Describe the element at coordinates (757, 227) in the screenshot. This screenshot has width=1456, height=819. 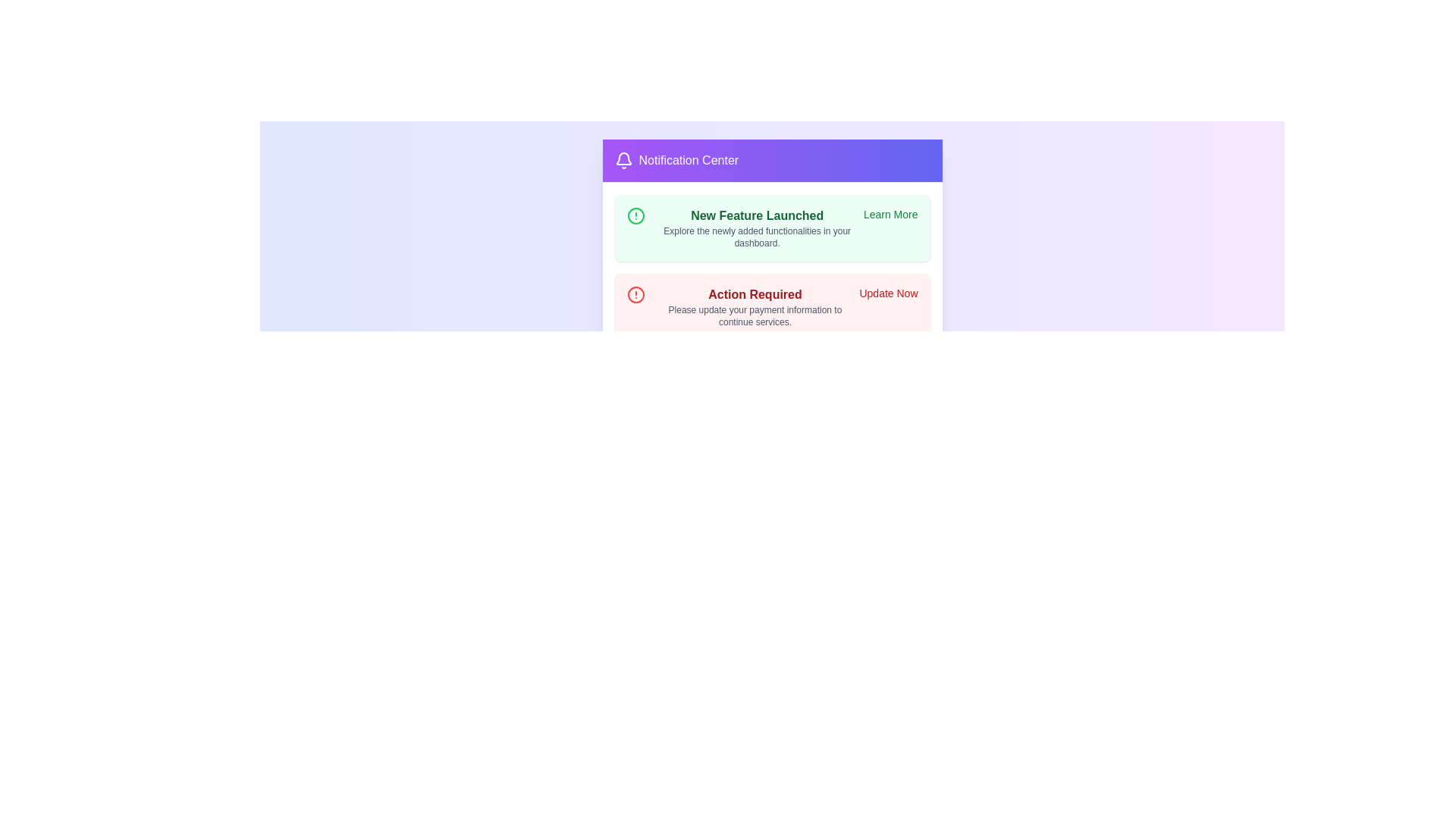
I see `the informational text block located in the green notification card at the top center of the 'Notification Center' panel` at that location.